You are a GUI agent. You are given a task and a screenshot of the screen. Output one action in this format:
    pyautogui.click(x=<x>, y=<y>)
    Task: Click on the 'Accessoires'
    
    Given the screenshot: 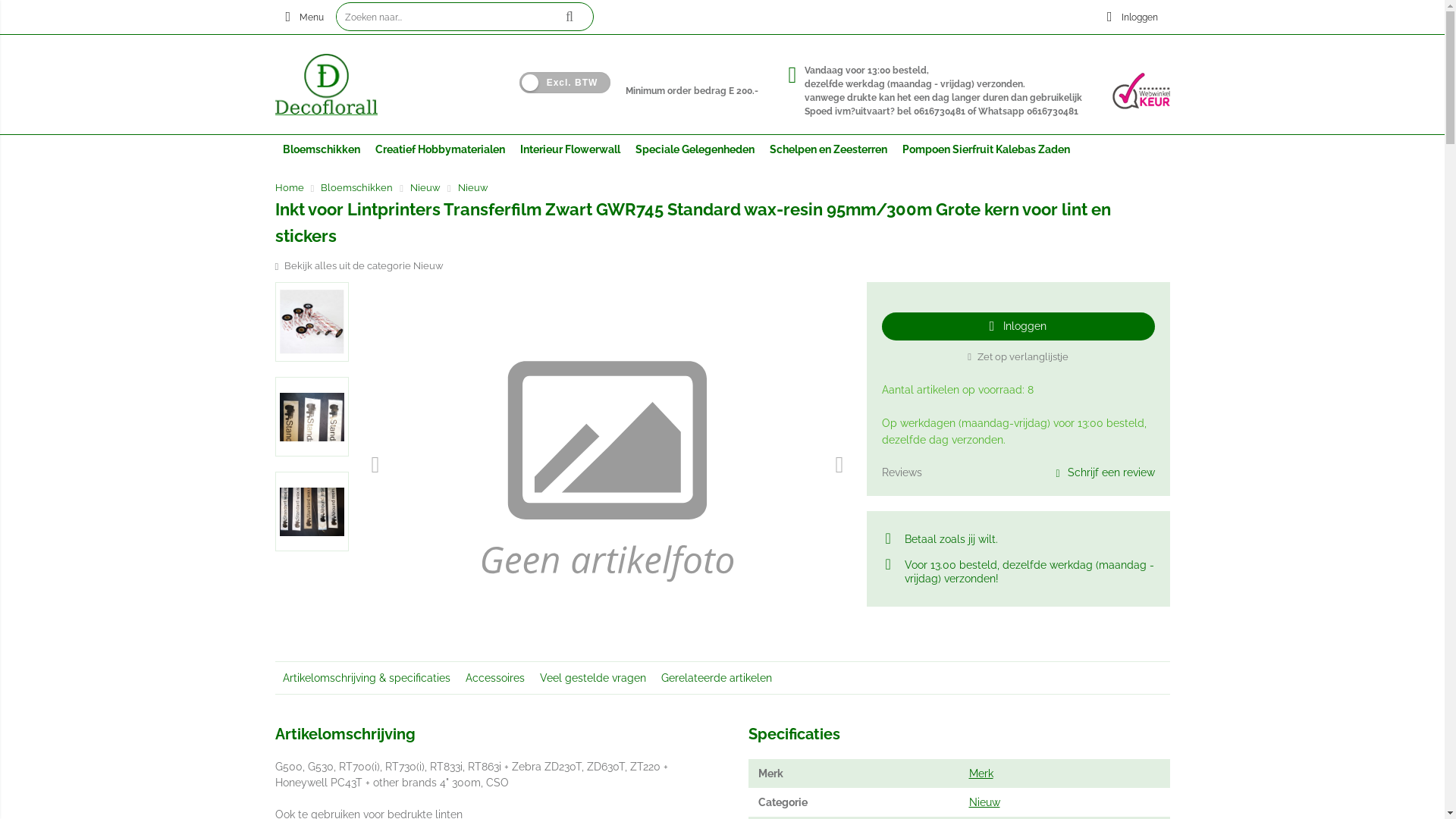 What is the action you would take?
    pyautogui.click(x=494, y=677)
    